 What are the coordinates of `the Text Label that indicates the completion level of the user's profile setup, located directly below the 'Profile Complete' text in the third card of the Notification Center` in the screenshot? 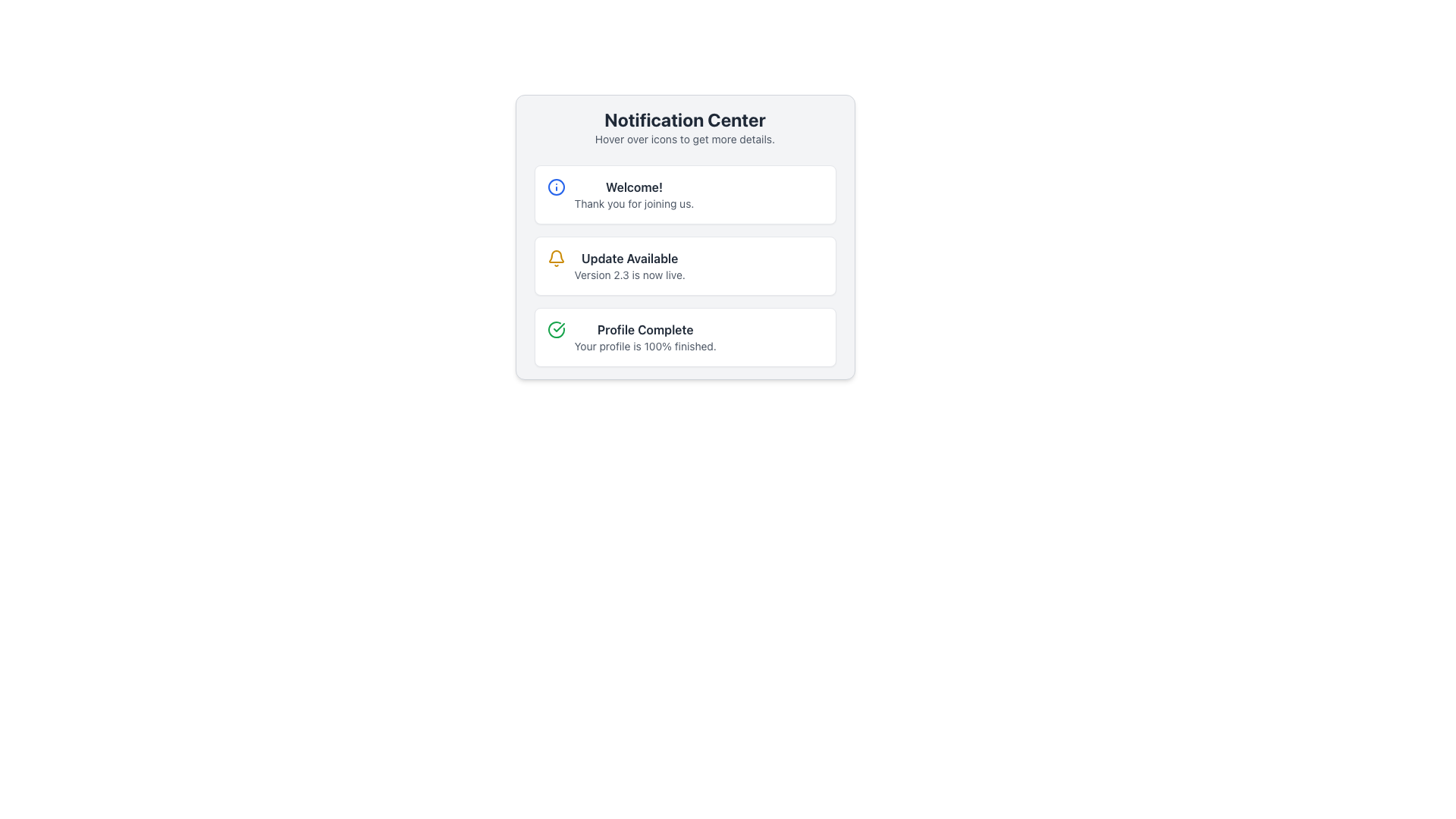 It's located at (645, 346).